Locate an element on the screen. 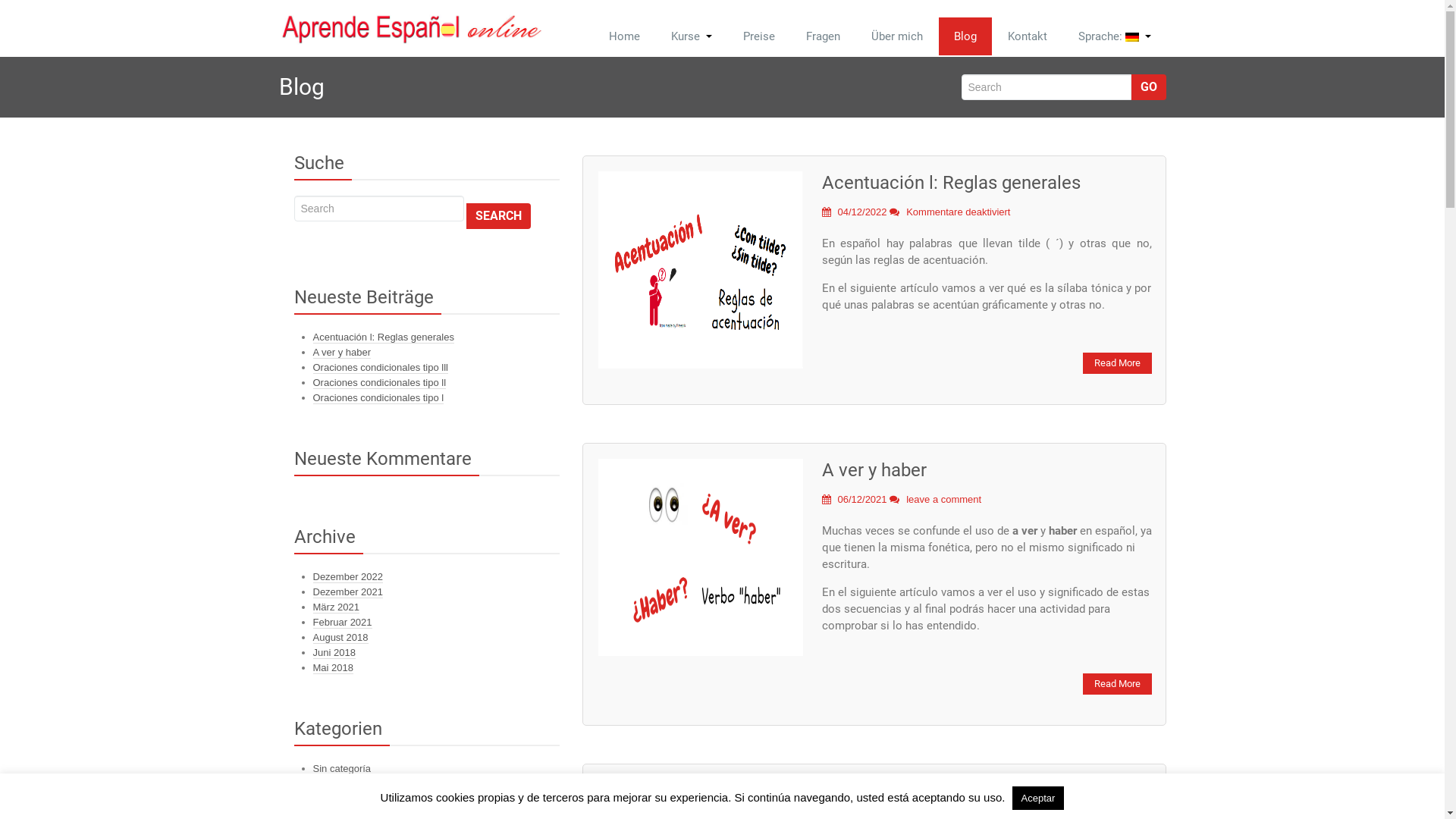 This screenshot has height=819, width=1456. 'Search' is located at coordinates (498, 216).